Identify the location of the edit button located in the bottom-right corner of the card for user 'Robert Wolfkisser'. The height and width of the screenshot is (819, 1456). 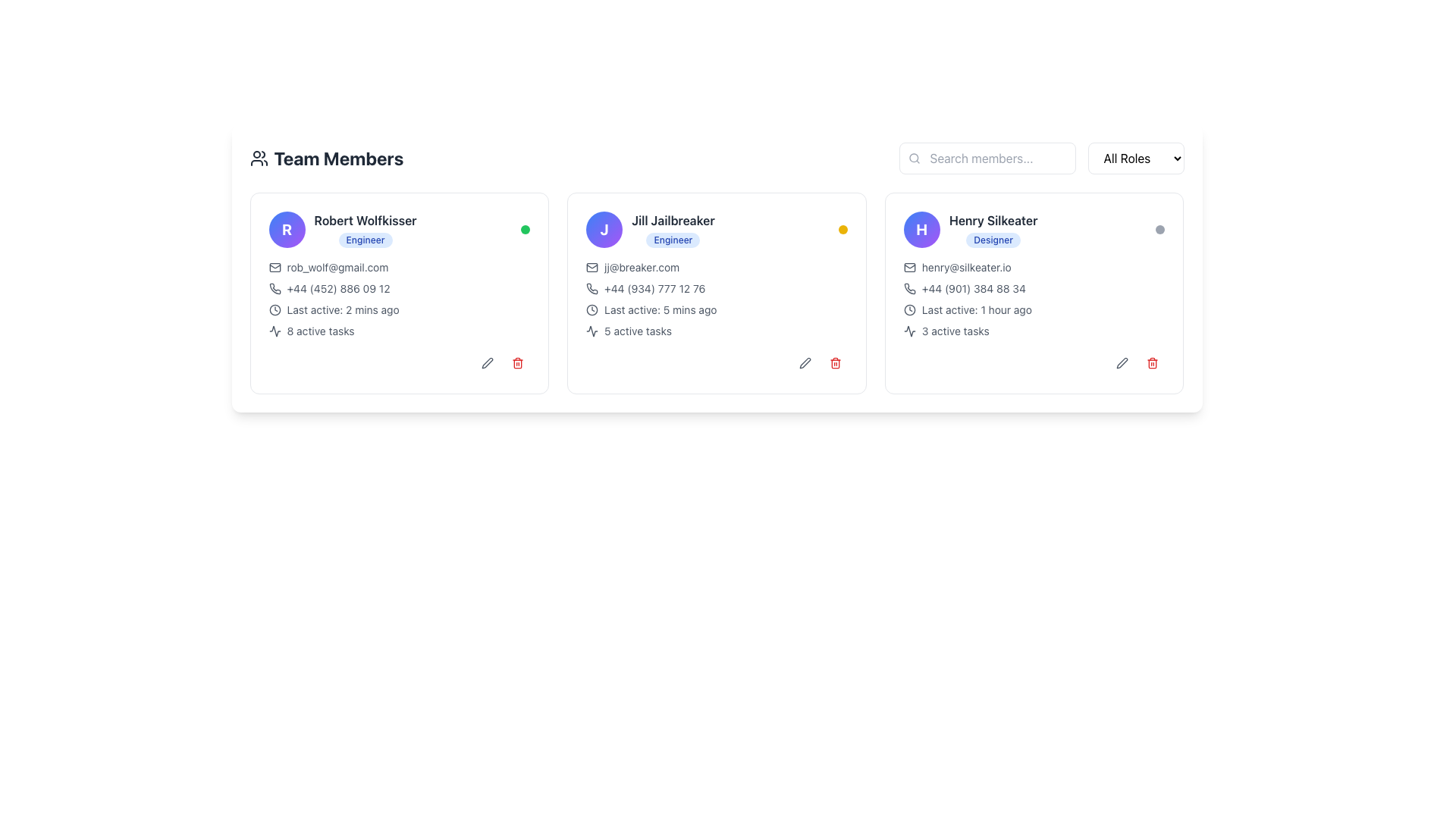
(488, 362).